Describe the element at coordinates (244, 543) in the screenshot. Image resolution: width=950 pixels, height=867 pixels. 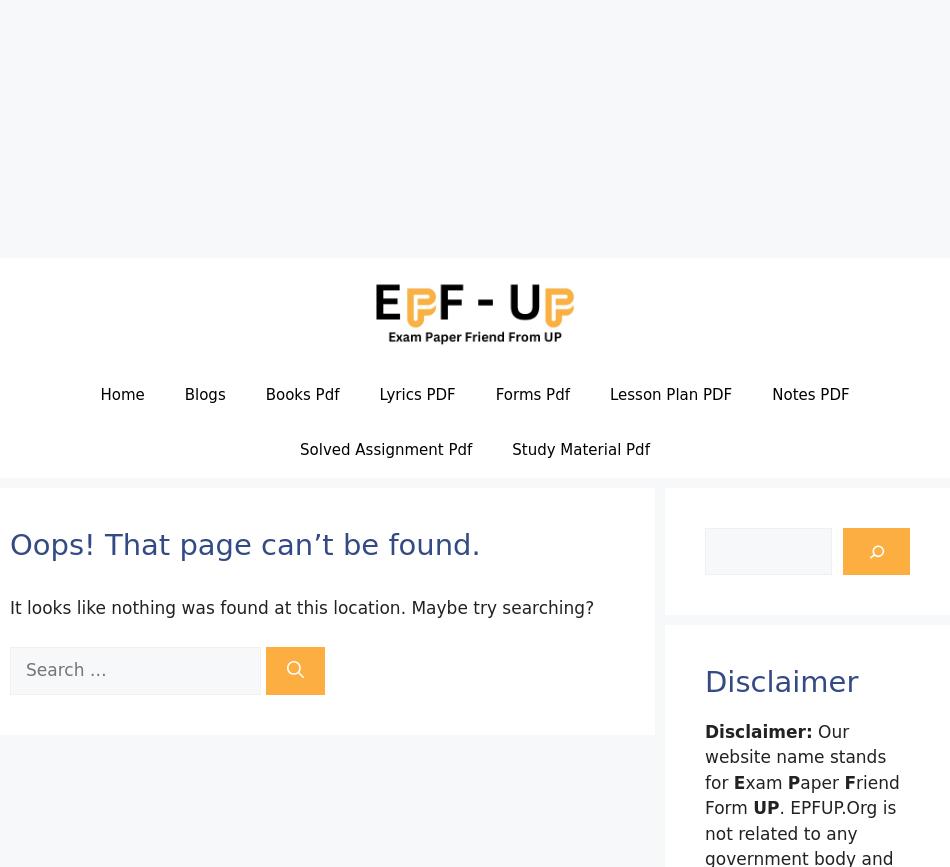
I see `'Oops! That page can’t be found.'` at that location.